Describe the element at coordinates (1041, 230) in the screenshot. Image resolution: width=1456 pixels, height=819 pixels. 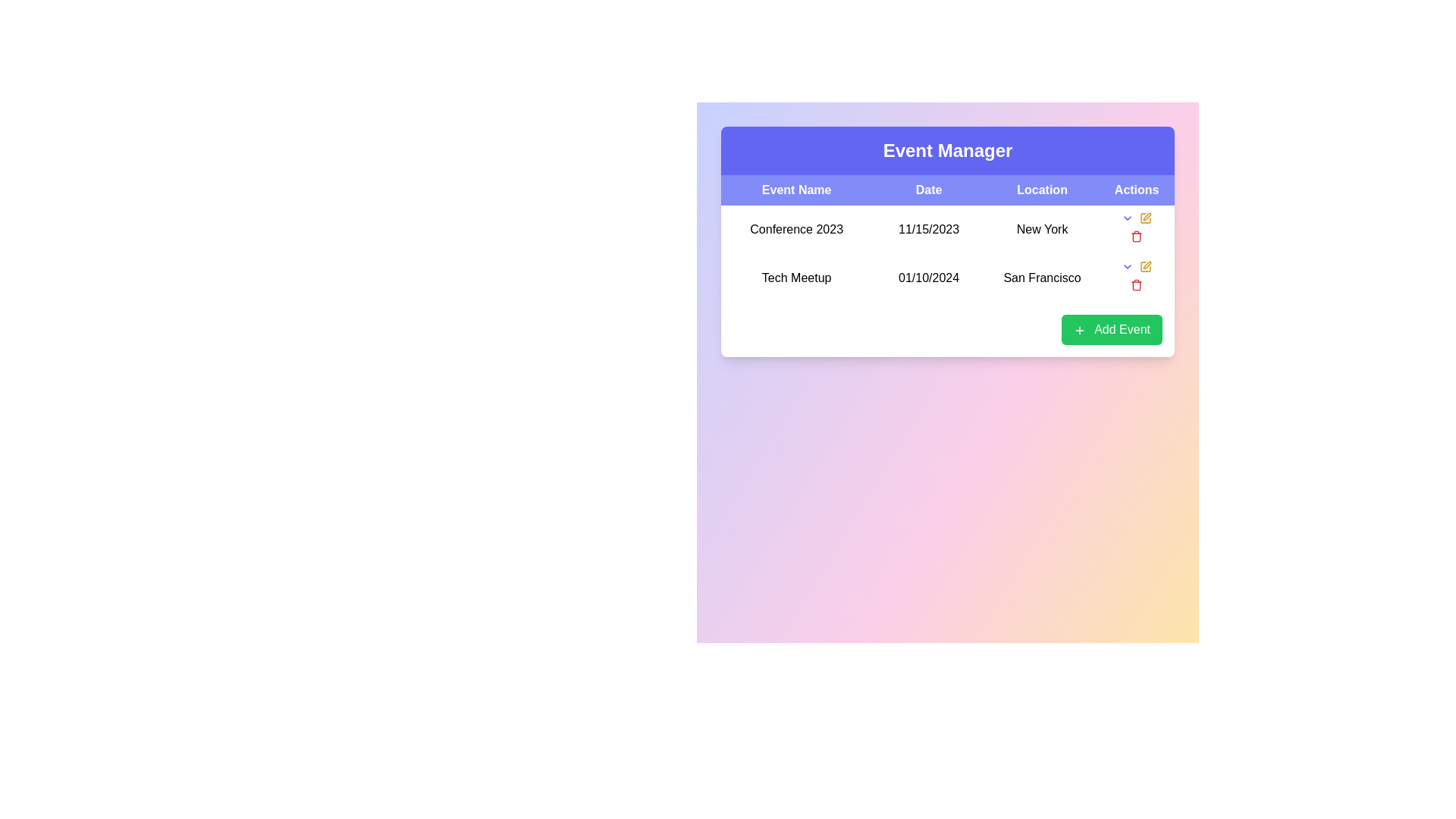
I see `the static Text label displaying the location of the corresponding event in the table under the 'Location' header, located in the third column of the first row` at that location.